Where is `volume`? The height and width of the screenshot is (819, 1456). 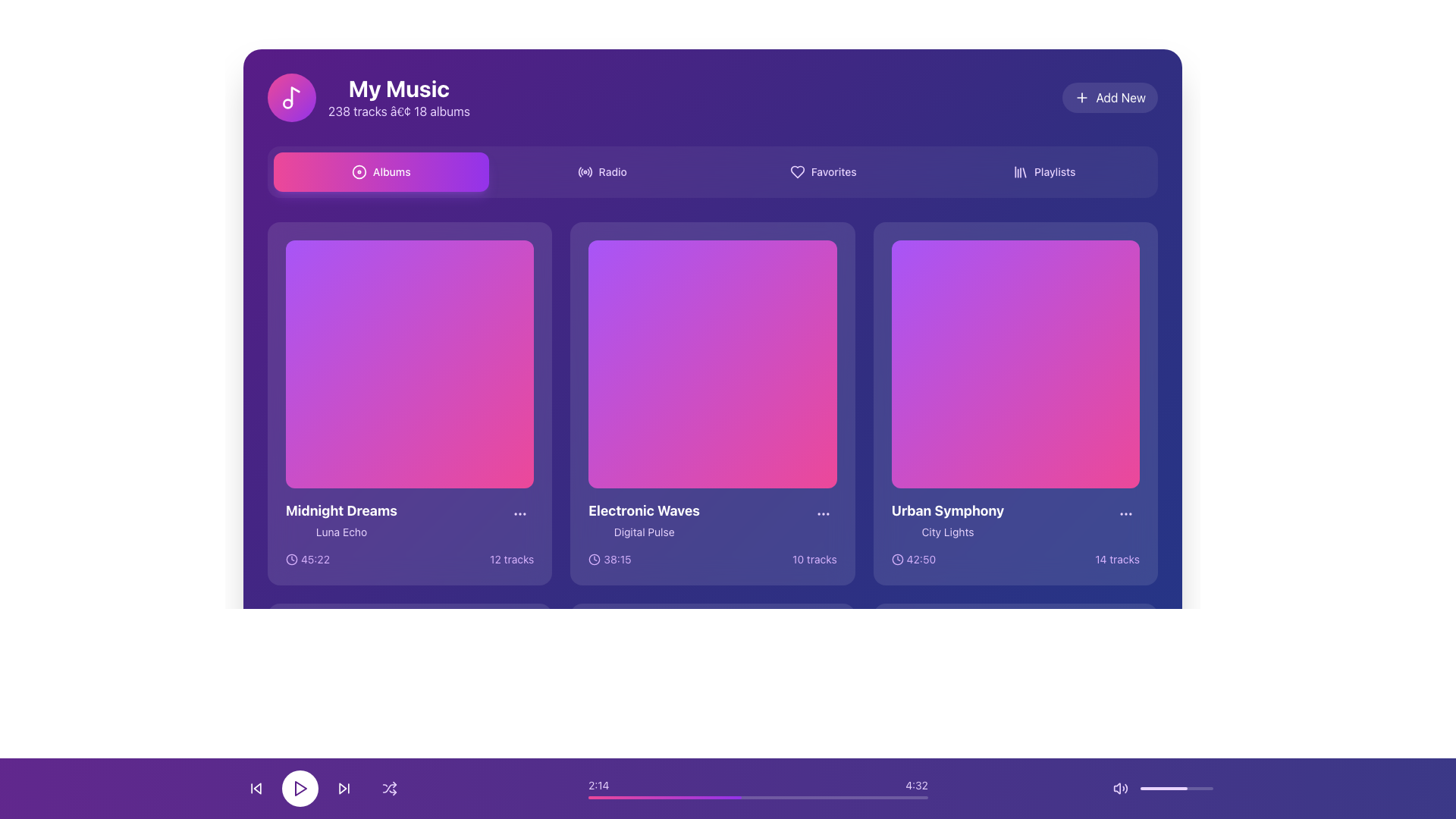 volume is located at coordinates (1174, 788).